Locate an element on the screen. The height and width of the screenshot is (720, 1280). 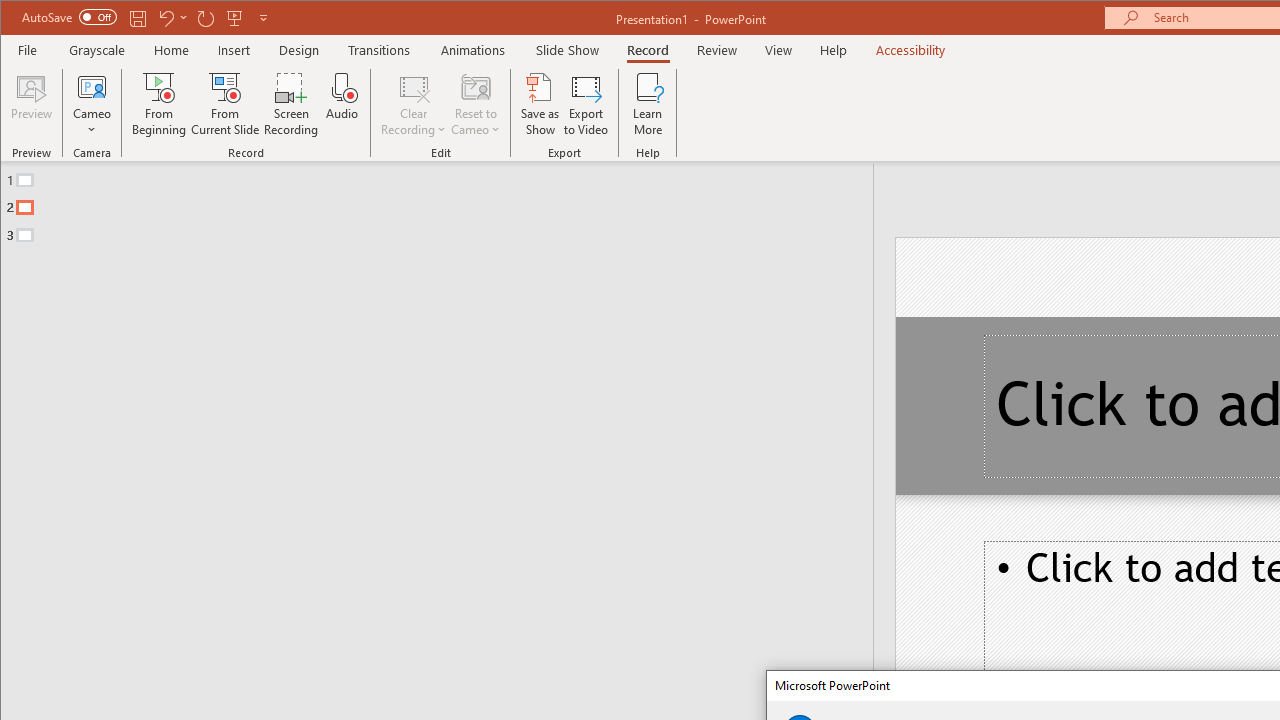
'Grayscale' is located at coordinates (96, 49).